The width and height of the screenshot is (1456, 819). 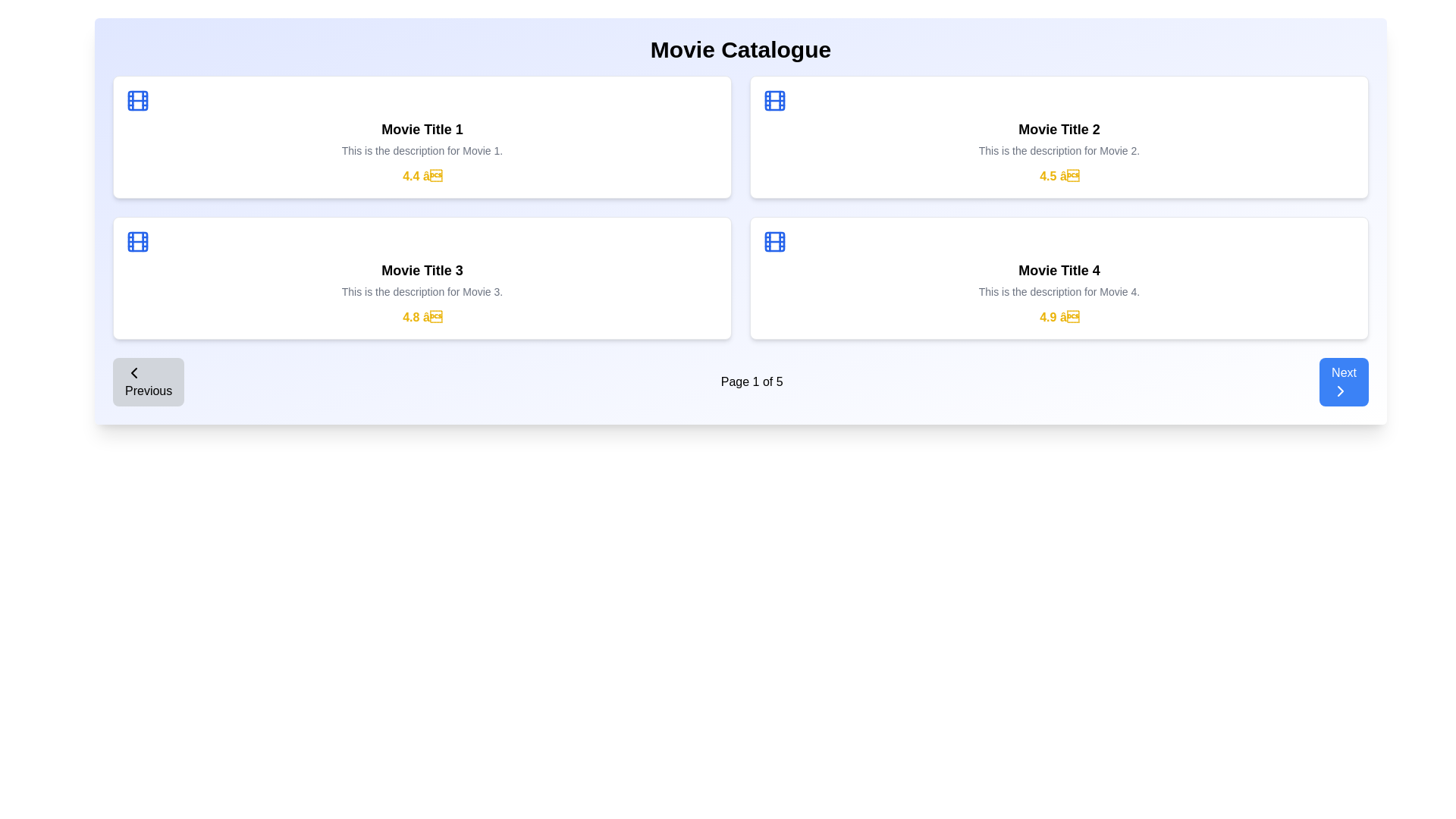 I want to click on the Content card displaying a movie's title, description, and user rating, located in the top-left position of a 2x2 grid layout, so click(x=422, y=137).